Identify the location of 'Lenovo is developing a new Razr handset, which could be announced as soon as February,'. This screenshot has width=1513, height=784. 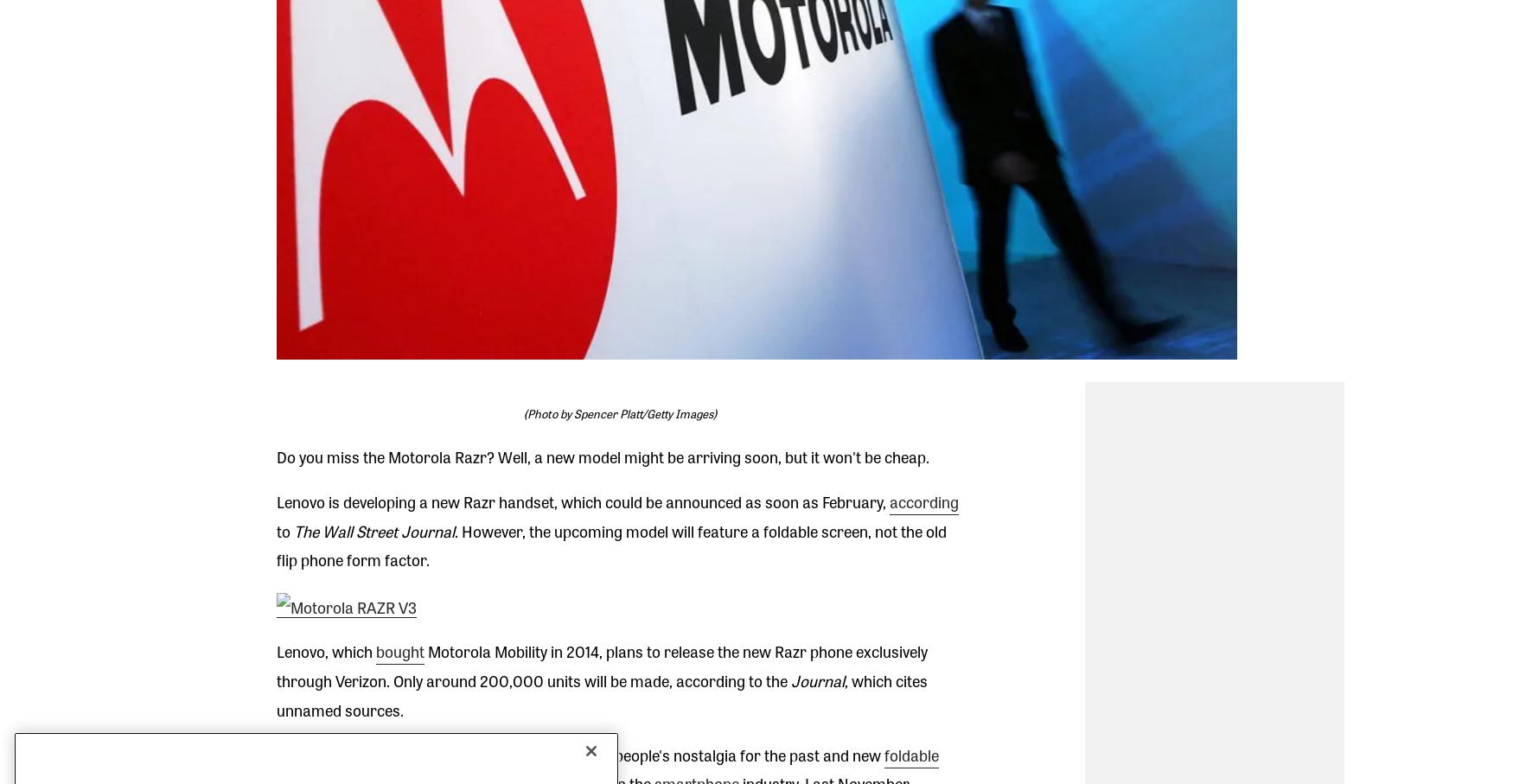
(581, 500).